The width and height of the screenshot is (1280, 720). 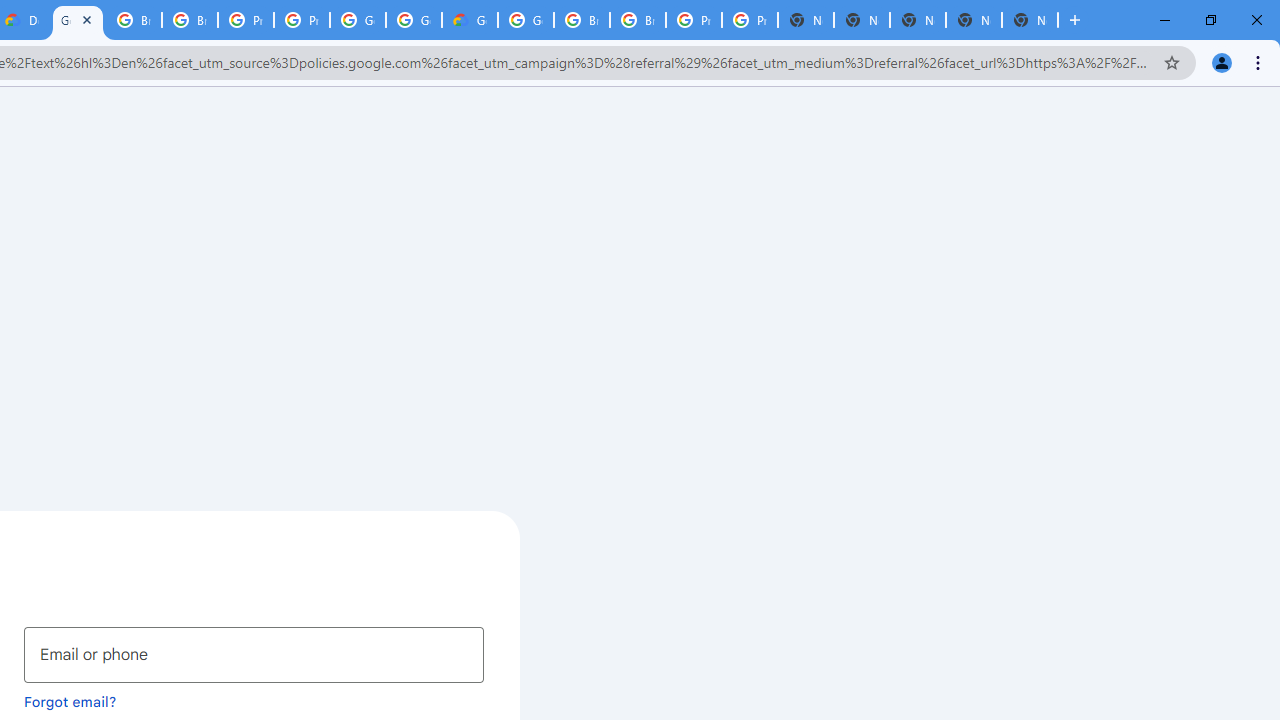 I want to click on 'New Tab', so click(x=1030, y=20).